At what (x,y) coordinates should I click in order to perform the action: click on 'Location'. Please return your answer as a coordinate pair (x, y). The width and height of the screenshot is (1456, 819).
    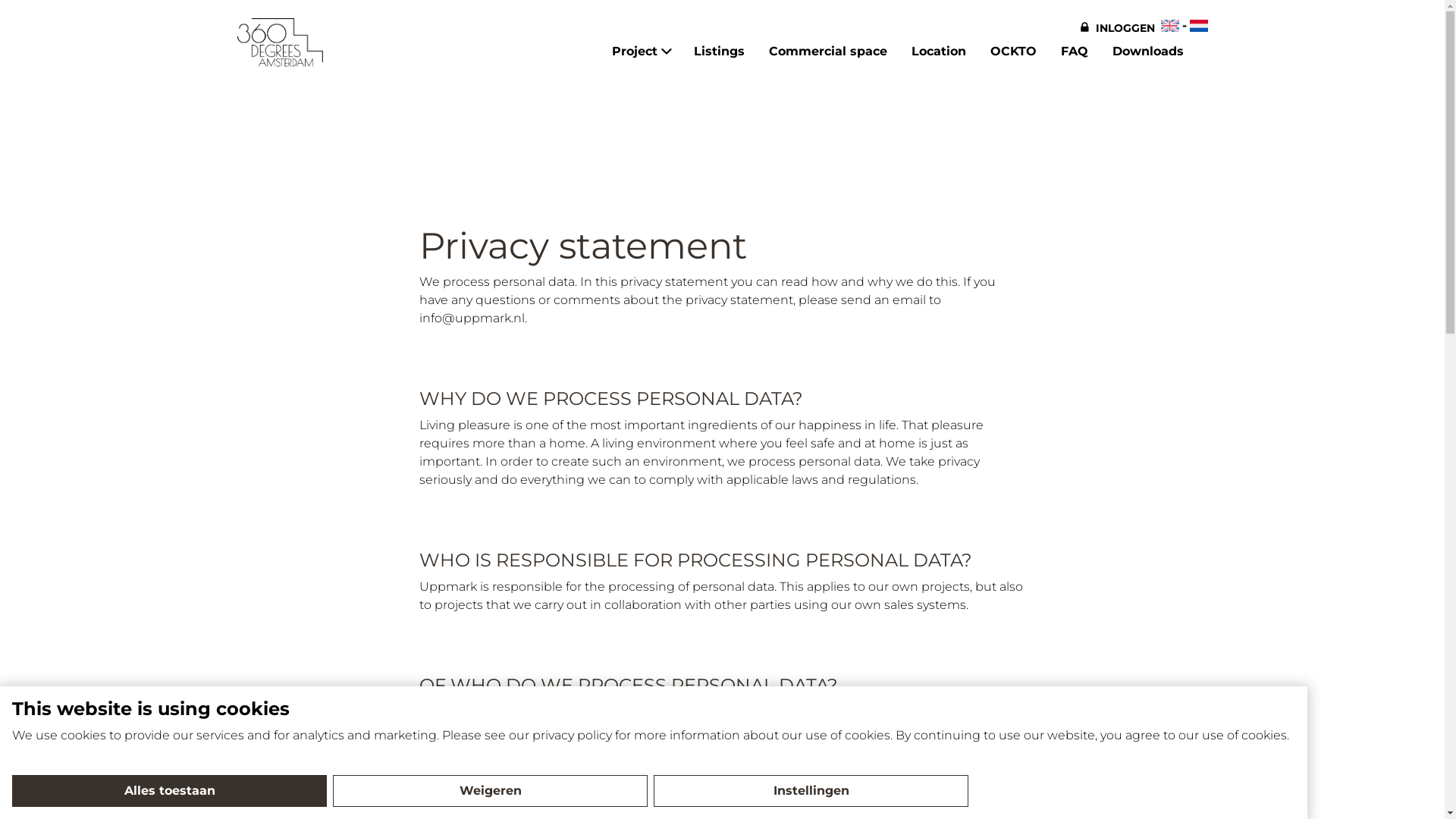
    Looking at the image, I should click on (910, 50).